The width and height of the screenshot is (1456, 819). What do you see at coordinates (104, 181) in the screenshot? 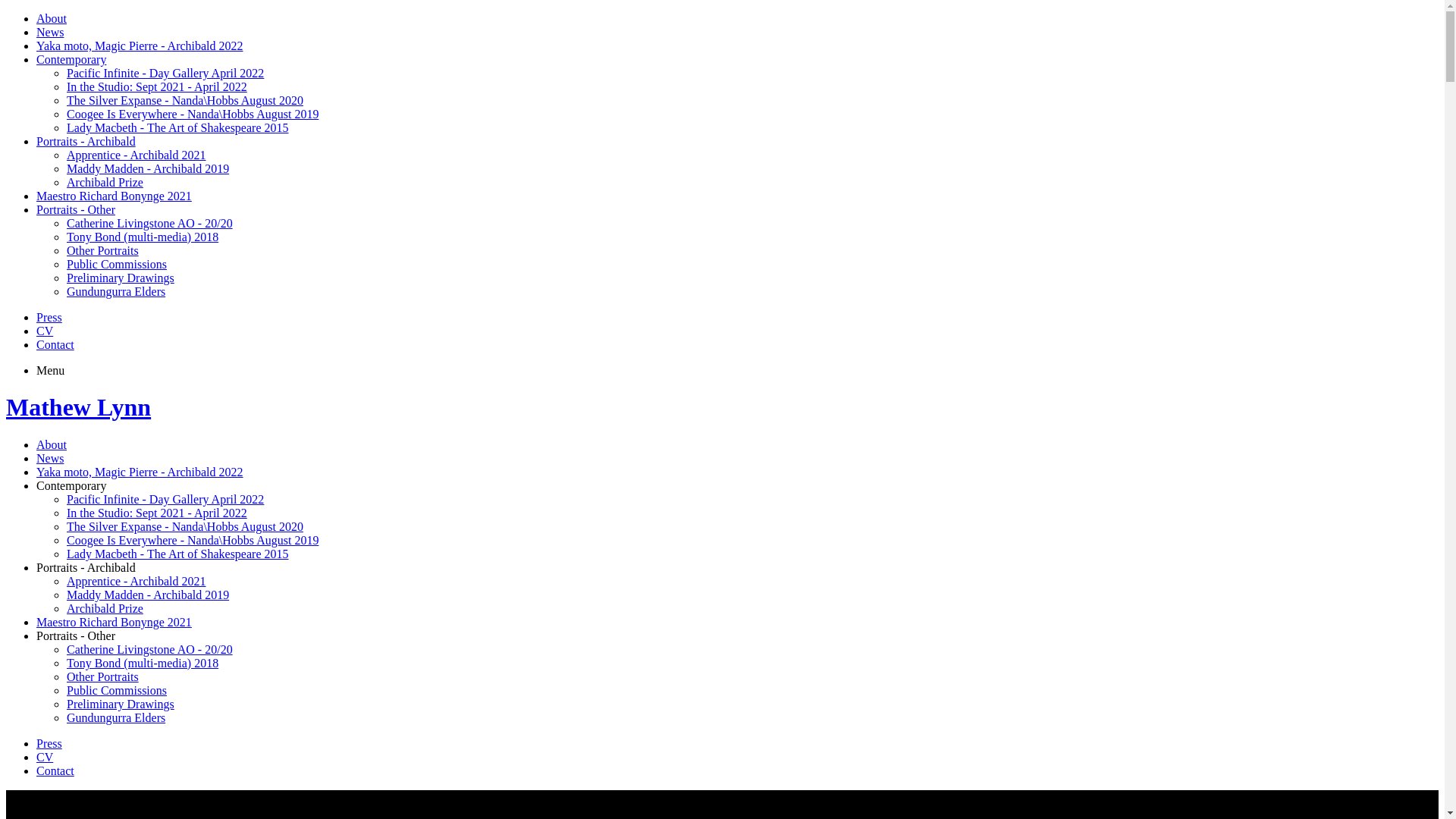
I see `'Archibald Prize'` at bounding box center [104, 181].